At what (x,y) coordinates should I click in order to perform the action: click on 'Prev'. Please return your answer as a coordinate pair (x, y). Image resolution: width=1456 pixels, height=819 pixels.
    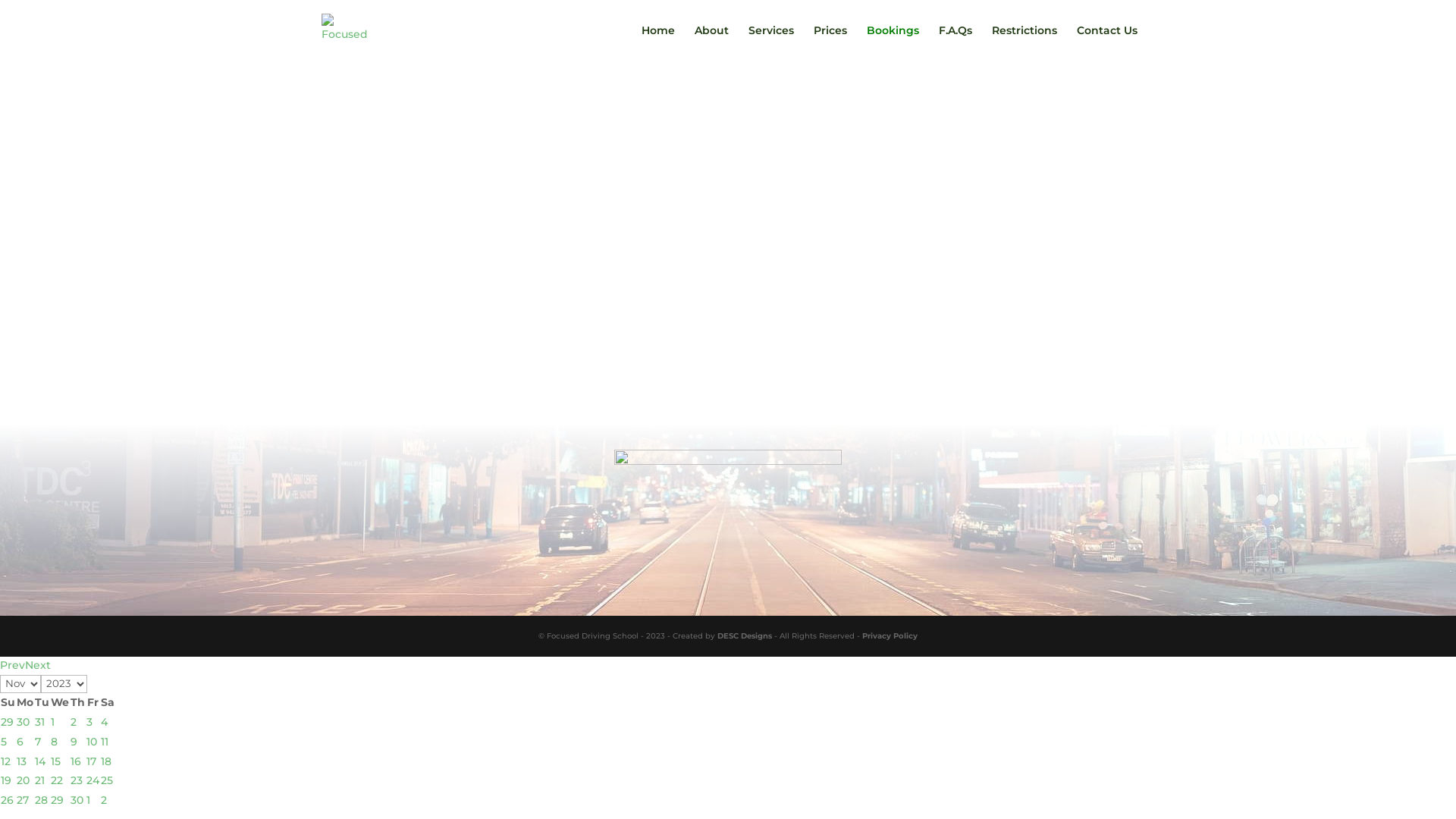
    Looking at the image, I should click on (12, 664).